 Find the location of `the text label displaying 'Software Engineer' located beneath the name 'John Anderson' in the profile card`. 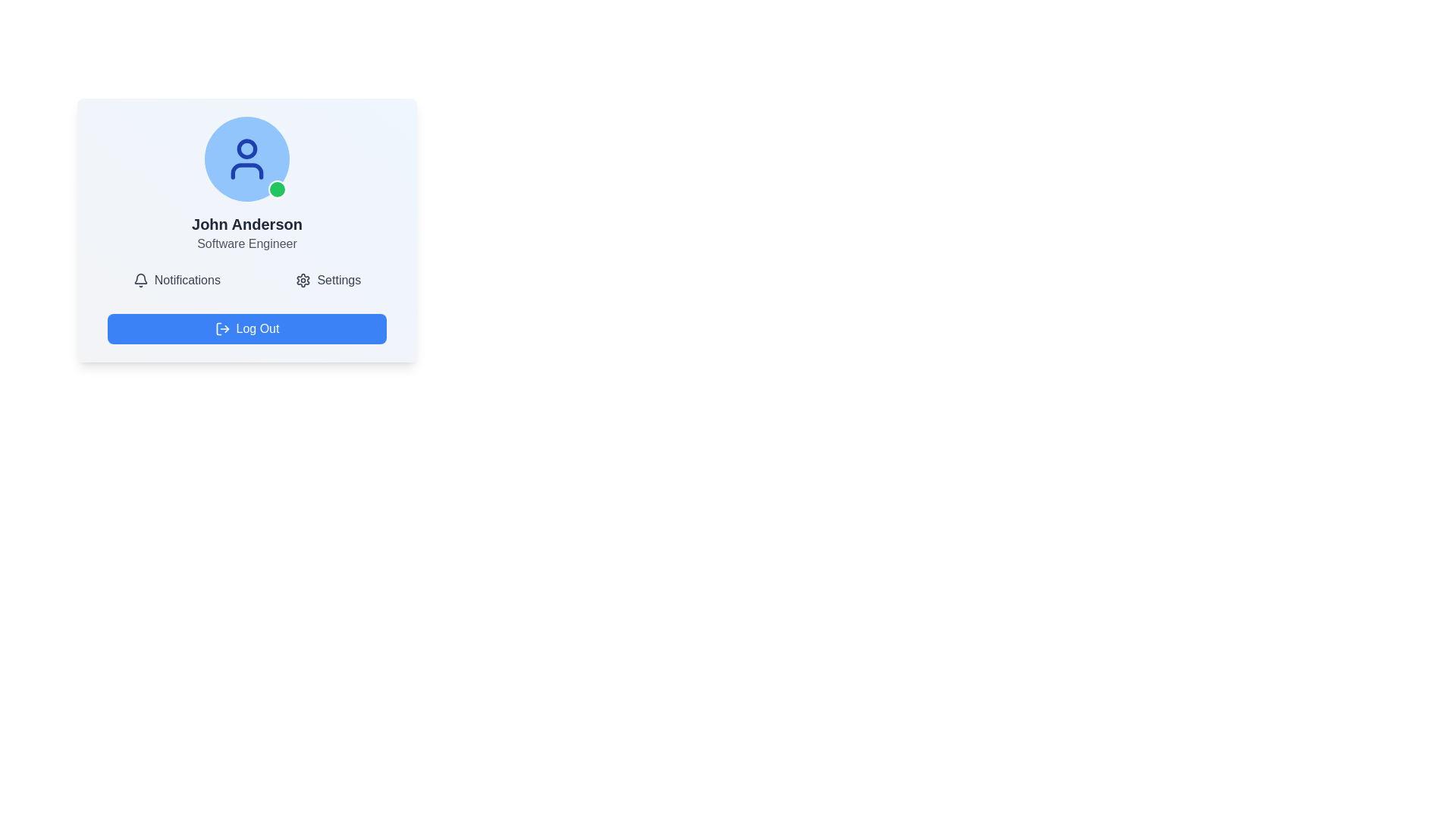

the text label displaying 'Software Engineer' located beneath the name 'John Anderson' in the profile card is located at coordinates (247, 243).